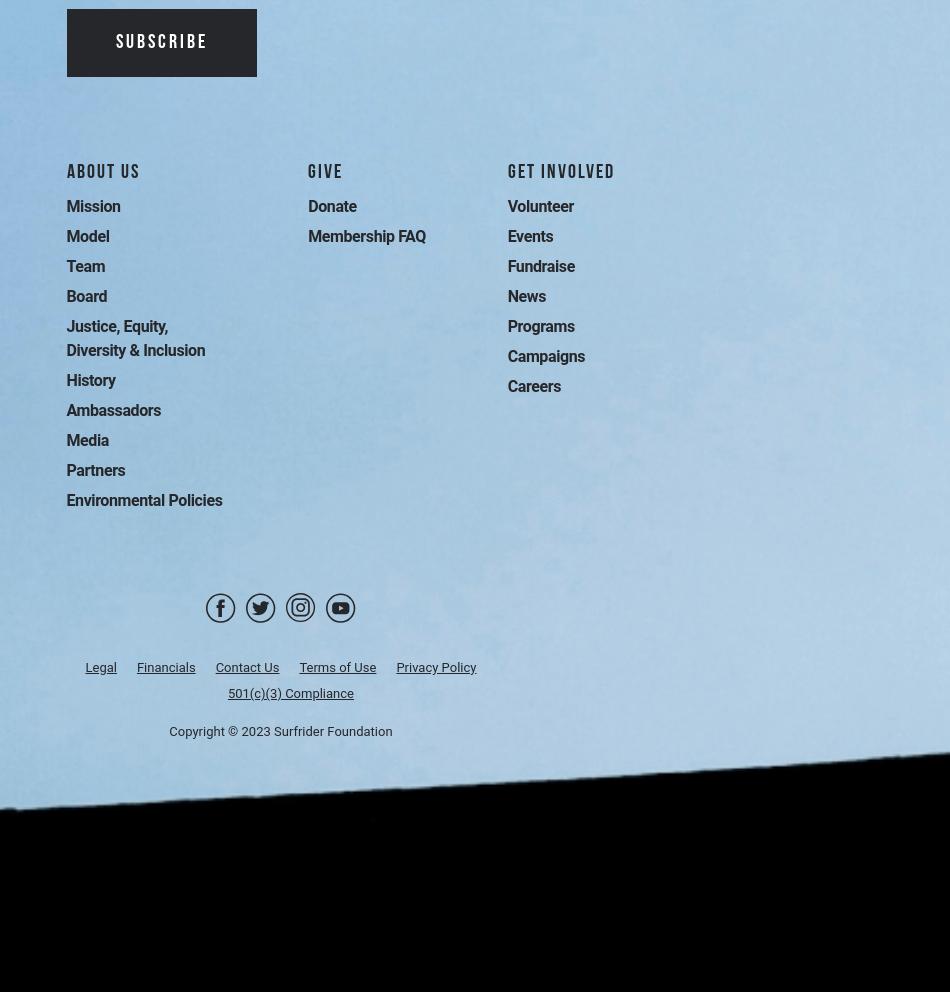 This screenshot has height=992, width=950. I want to click on 'Financials', so click(165, 666).